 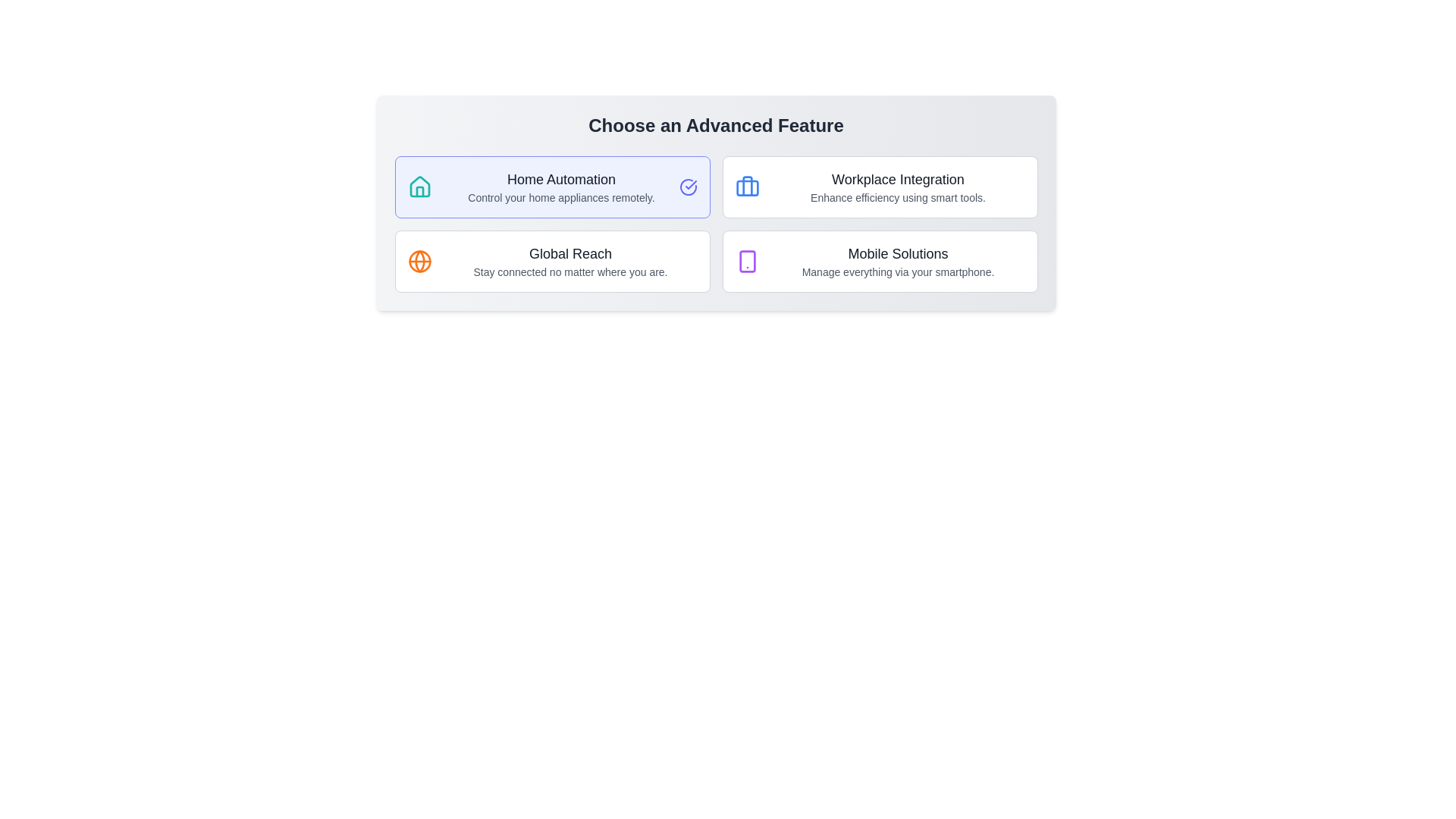 I want to click on the 'Mobile Solutions' card located in the lower-right quadrant of the grid, which displays a title and description text explaining its functionality, so click(x=898, y=260).